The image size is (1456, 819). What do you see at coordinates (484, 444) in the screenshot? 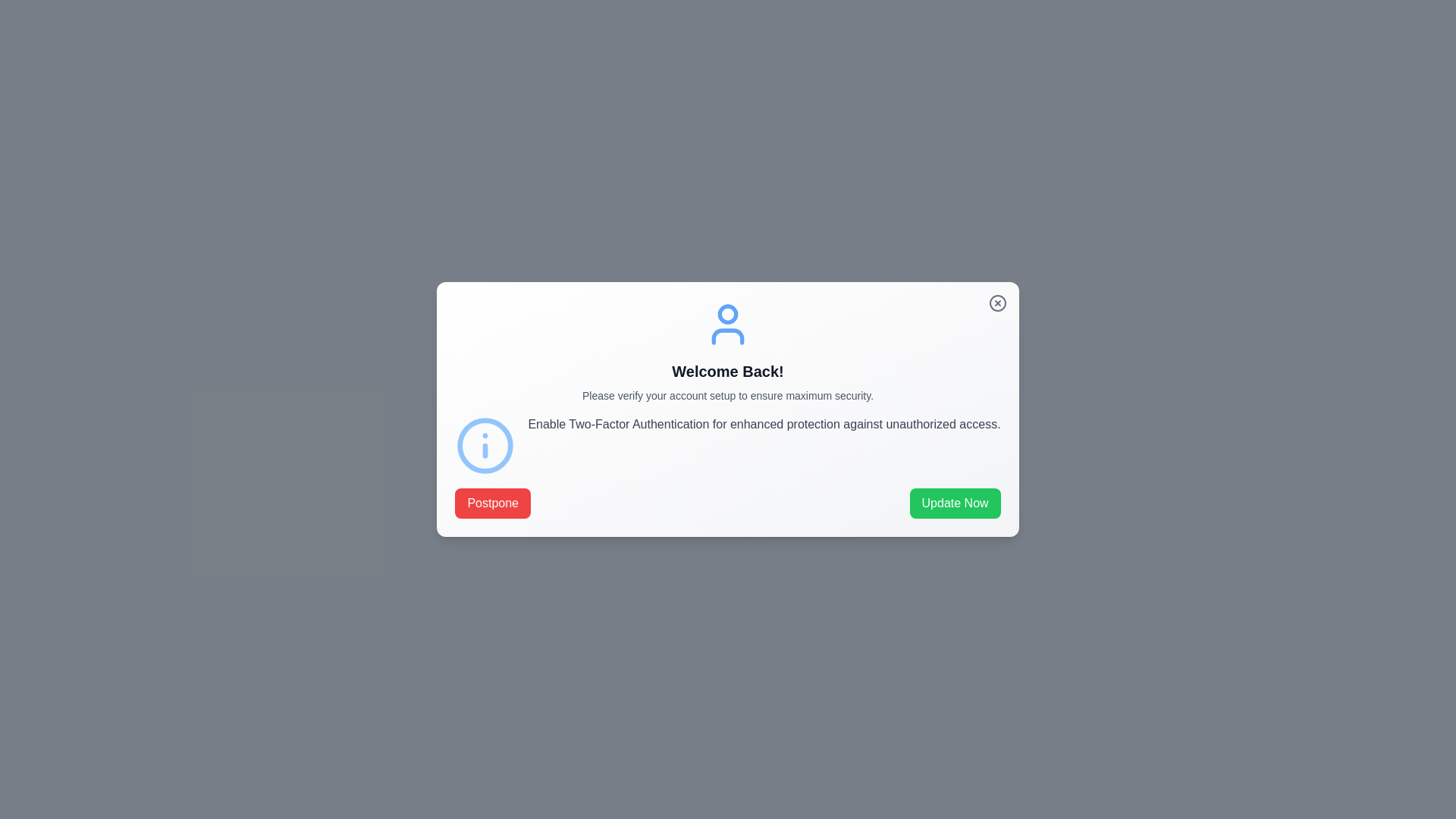
I see `the informational icon to view additional details` at bounding box center [484, 444].